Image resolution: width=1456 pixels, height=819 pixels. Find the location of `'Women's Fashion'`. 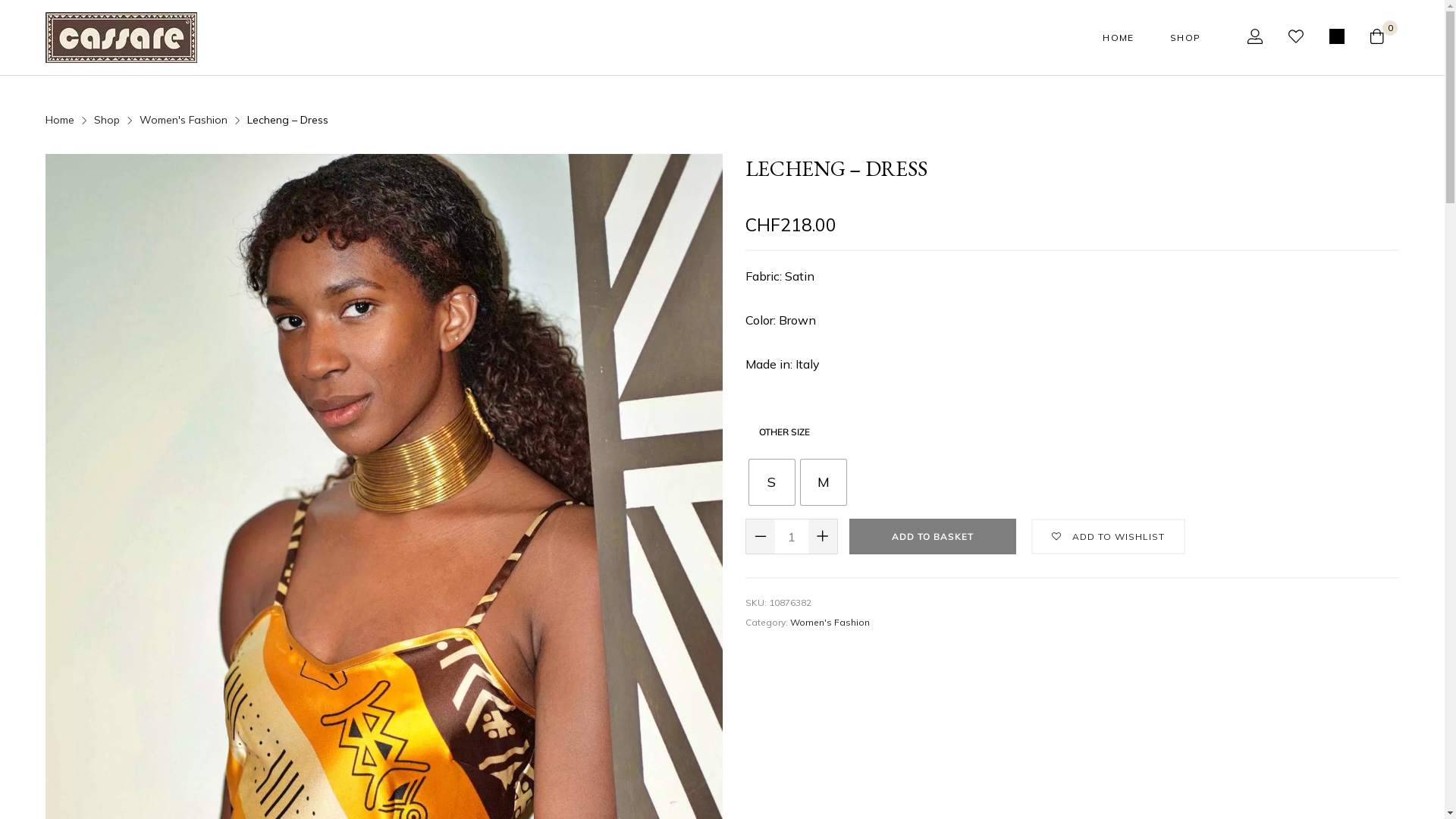

'Women's Fashion' is located at coordinates (182, 119).